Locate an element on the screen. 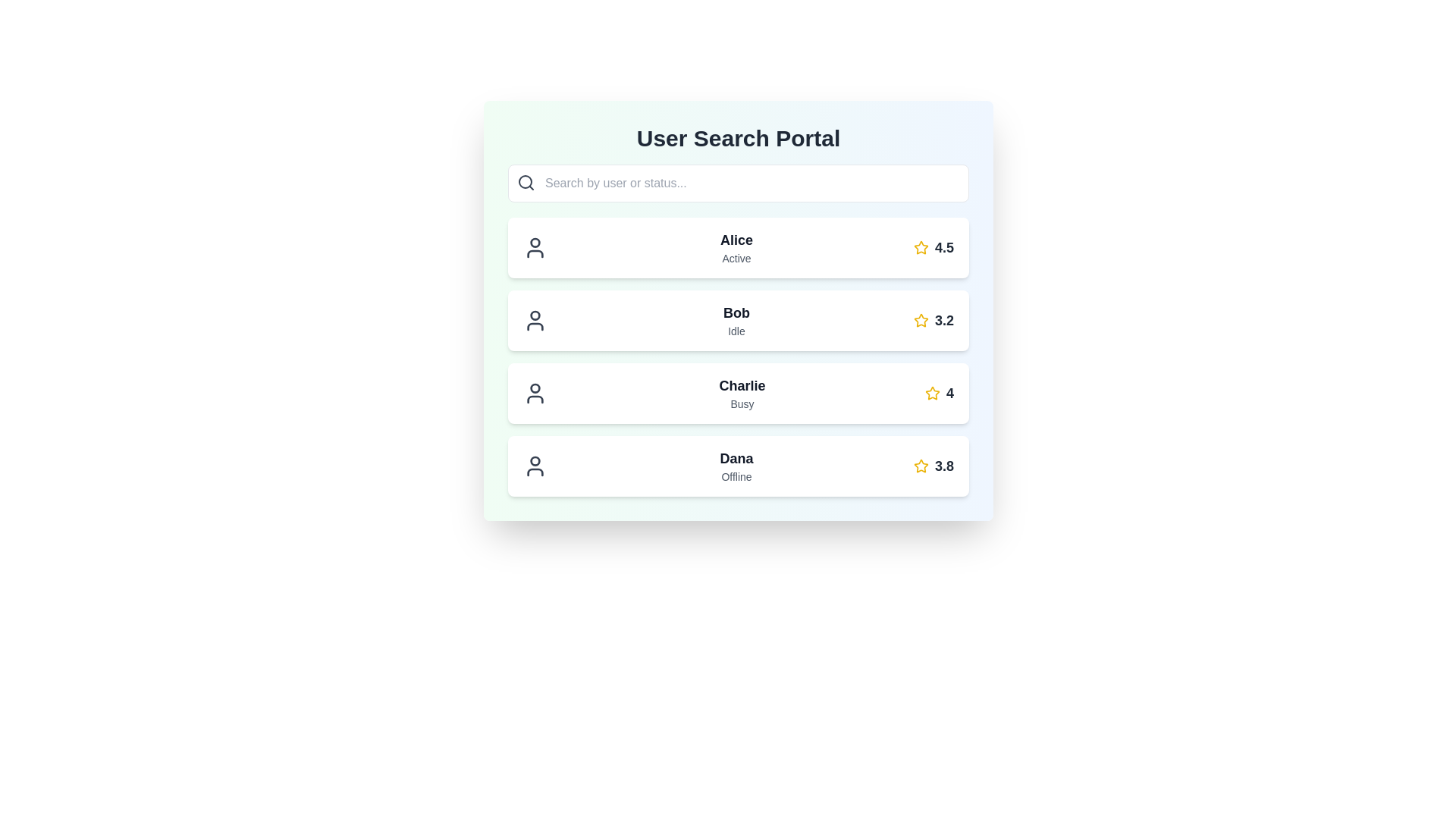  the static text label displaying 'Dana' in bold, large, black font, which is located in the fourth user information card, positioned below 'Charlie' and above 'Offline' is located at coordinates (736, 458).